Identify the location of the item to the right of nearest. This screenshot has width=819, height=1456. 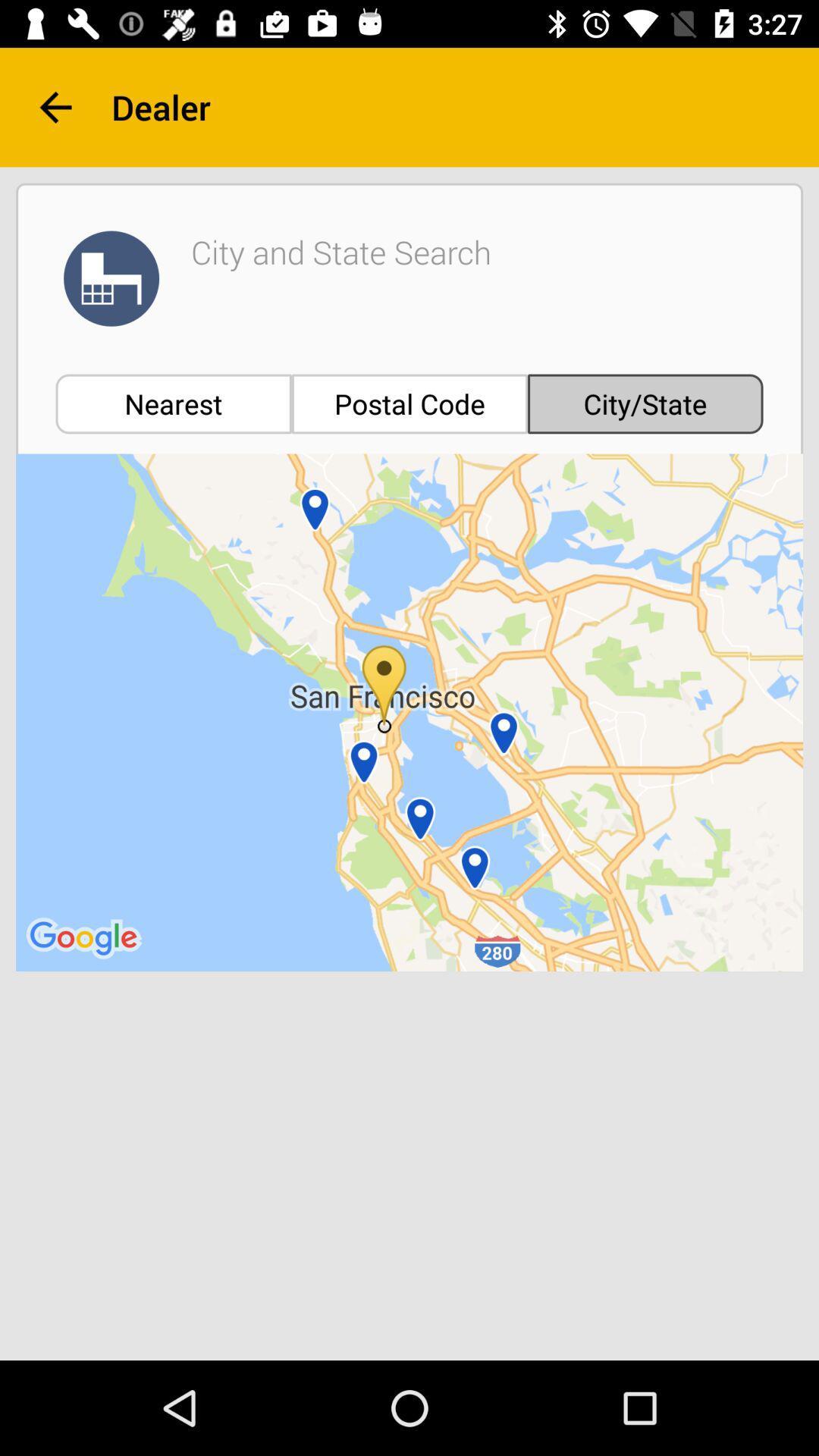
(409, 403).